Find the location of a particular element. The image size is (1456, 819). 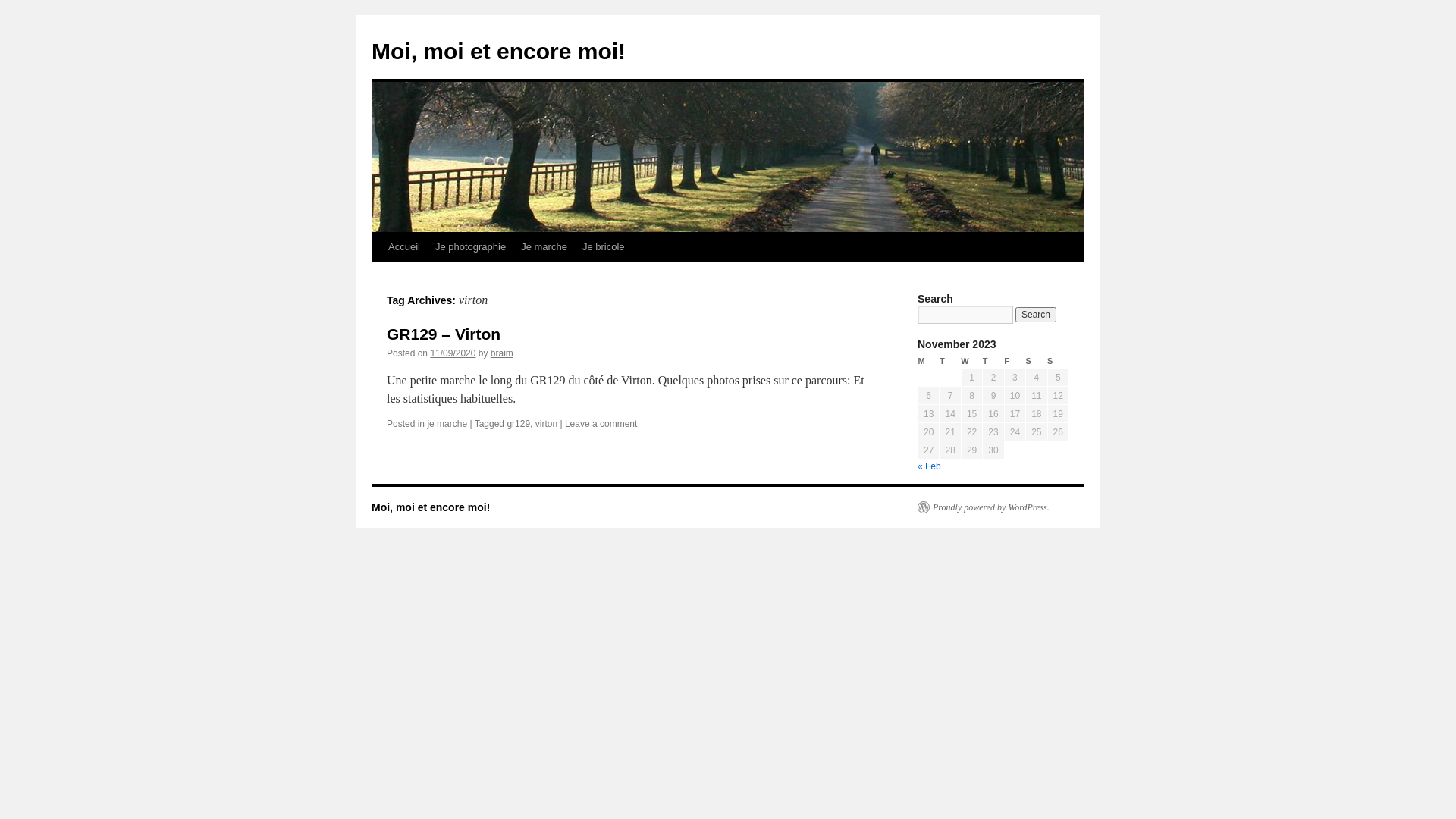

'Accueil' is located at coordinates (403, 246).